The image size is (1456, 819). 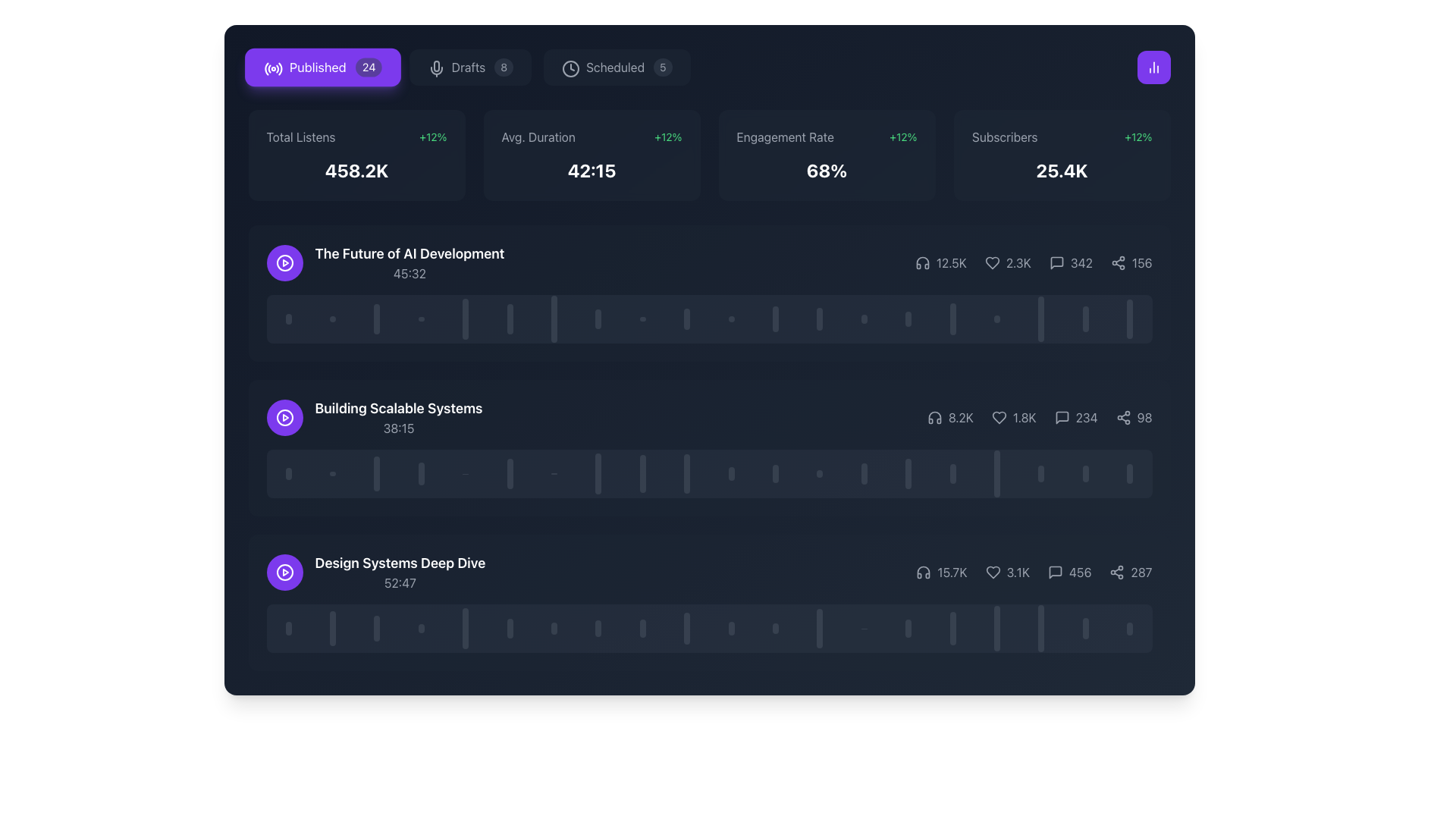 I want to click on the gray, semi-transparent vertical Indicator bar located towards the far right among a set of similar vertical bars in the second row of the main content area, so click(x=1130, y=472).